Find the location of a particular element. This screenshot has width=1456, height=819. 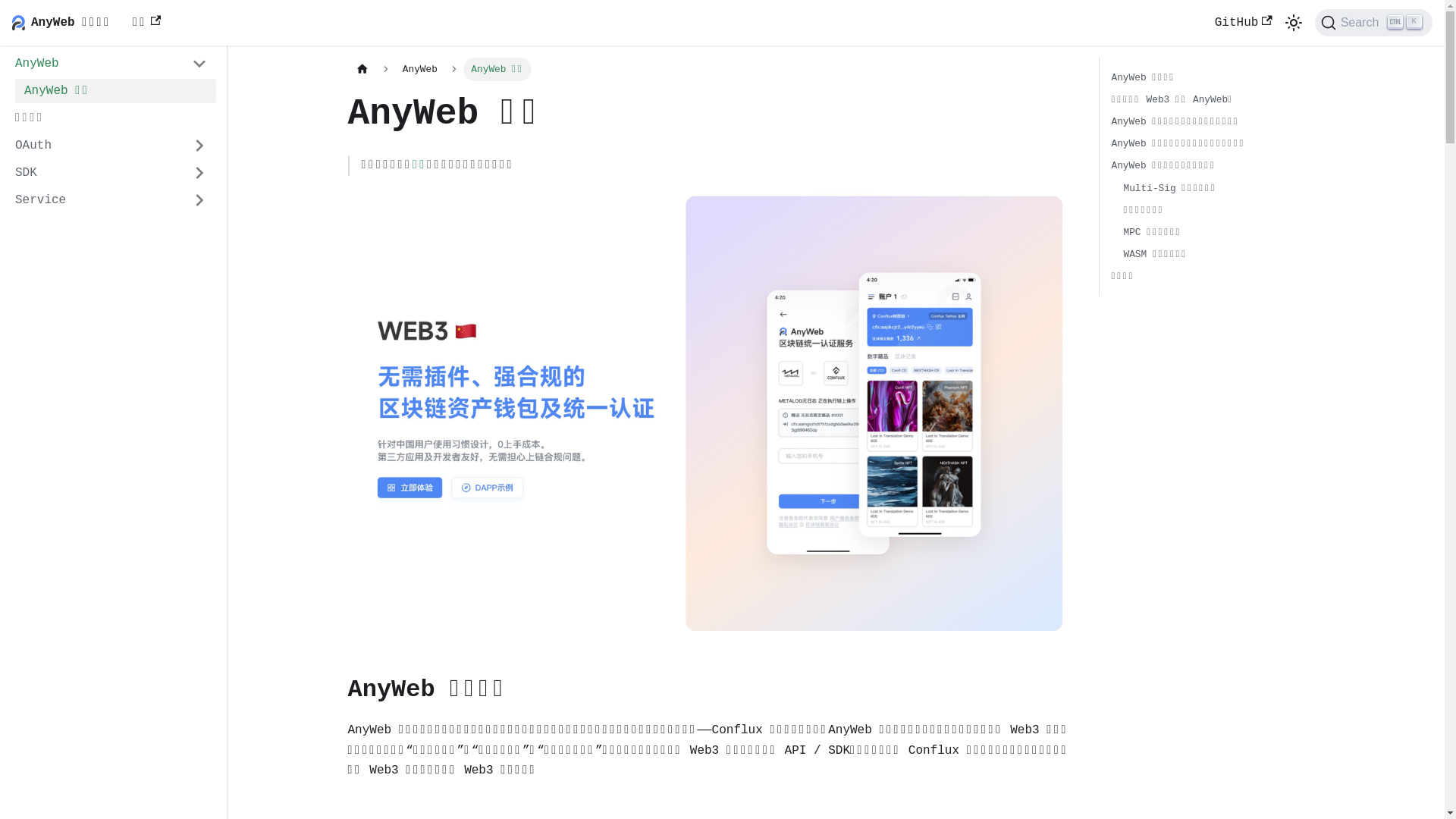

'Search is located at coordinates (1373, 23).